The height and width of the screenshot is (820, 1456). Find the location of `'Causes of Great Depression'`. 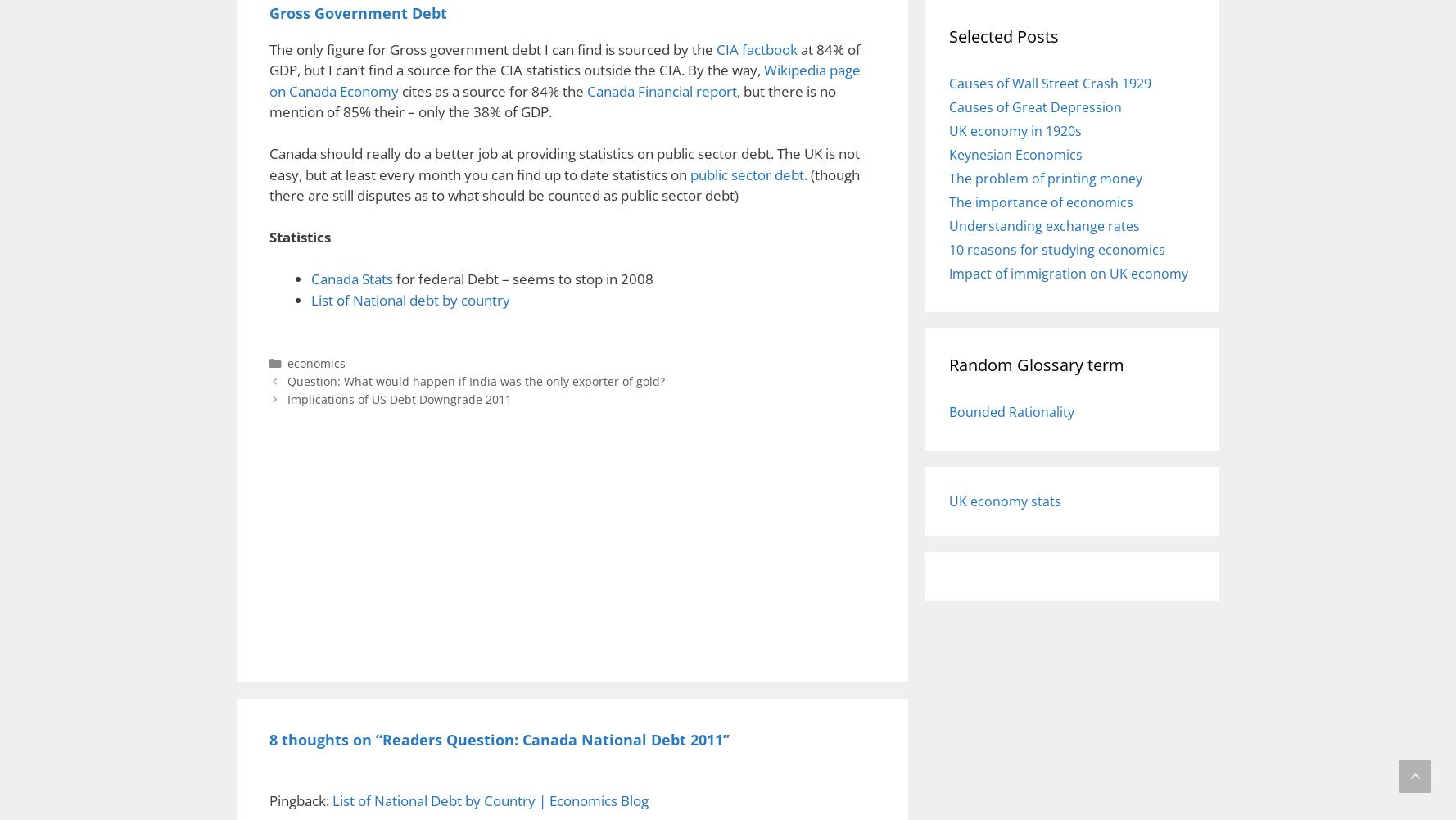

'Causes of Great Depression' is located at coordinates (1034, 106).